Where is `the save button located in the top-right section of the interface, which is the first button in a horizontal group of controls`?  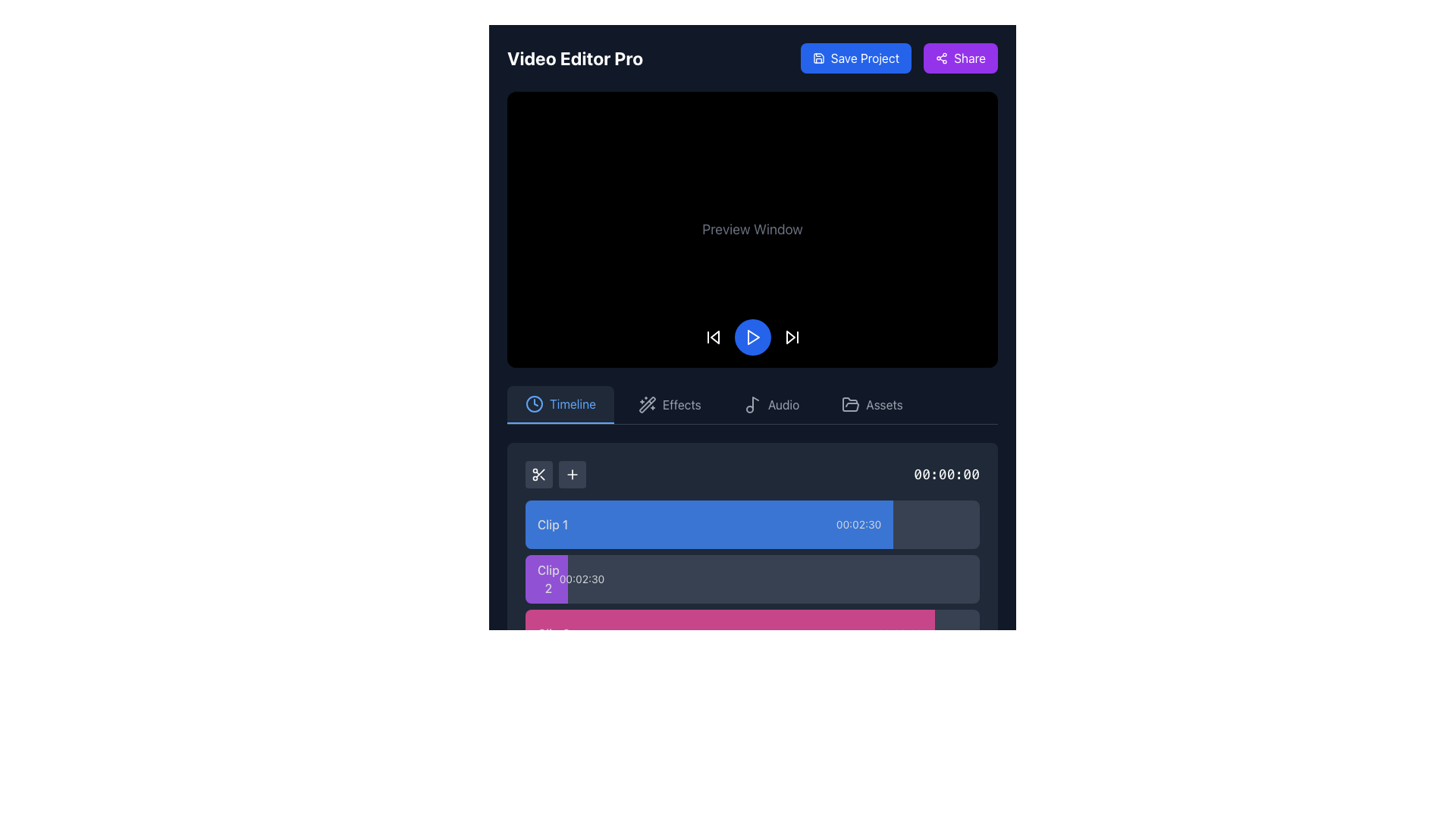
the save button located in the top-right section of the interface, which is the first button in a horizontal group of controls is located at coordinates (855, 58).